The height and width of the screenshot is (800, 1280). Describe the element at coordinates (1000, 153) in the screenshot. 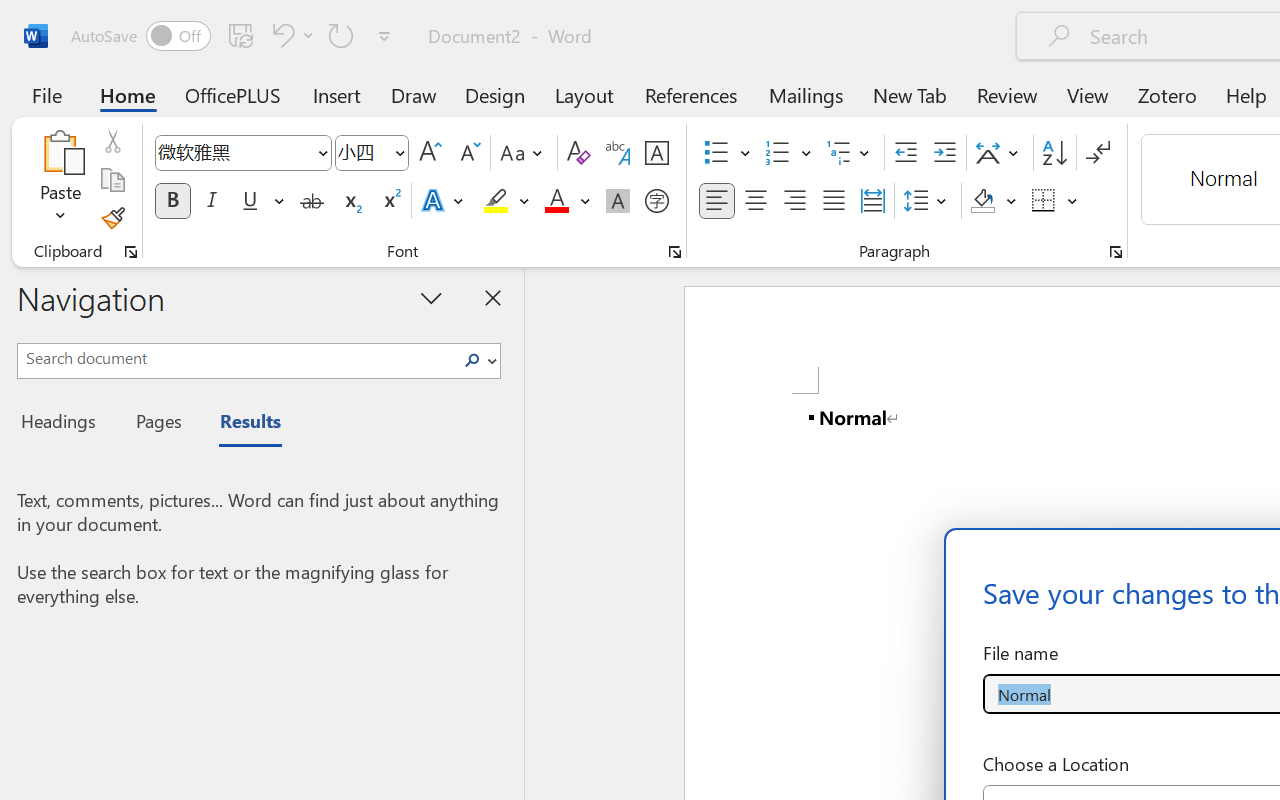

I see `'Asian Layout'` at that location.